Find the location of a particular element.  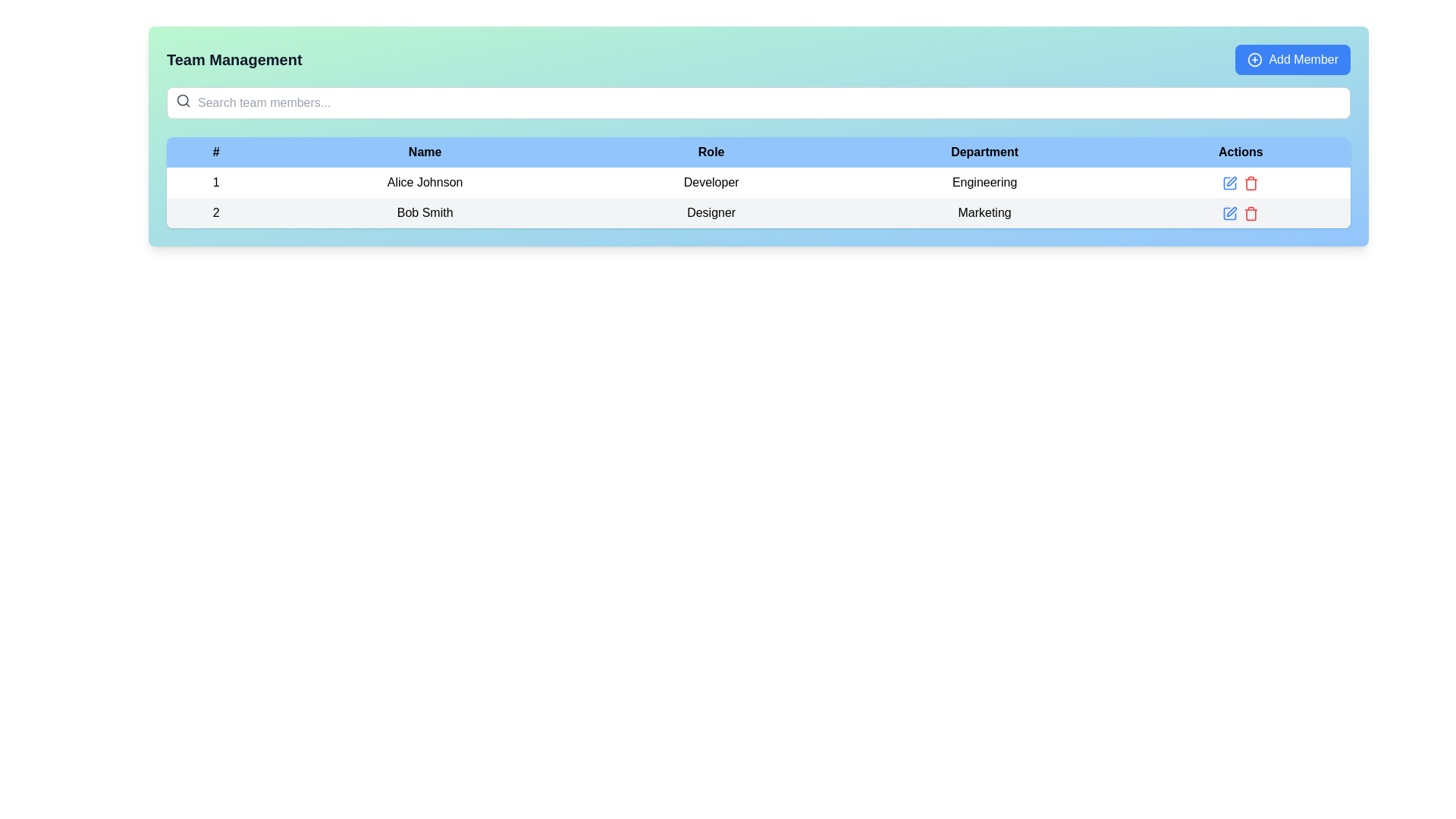

the 'Department' header text label located in the fourth column of the table, positioned between 'Role' and 'Actions' is located at coordinates (984, 152).